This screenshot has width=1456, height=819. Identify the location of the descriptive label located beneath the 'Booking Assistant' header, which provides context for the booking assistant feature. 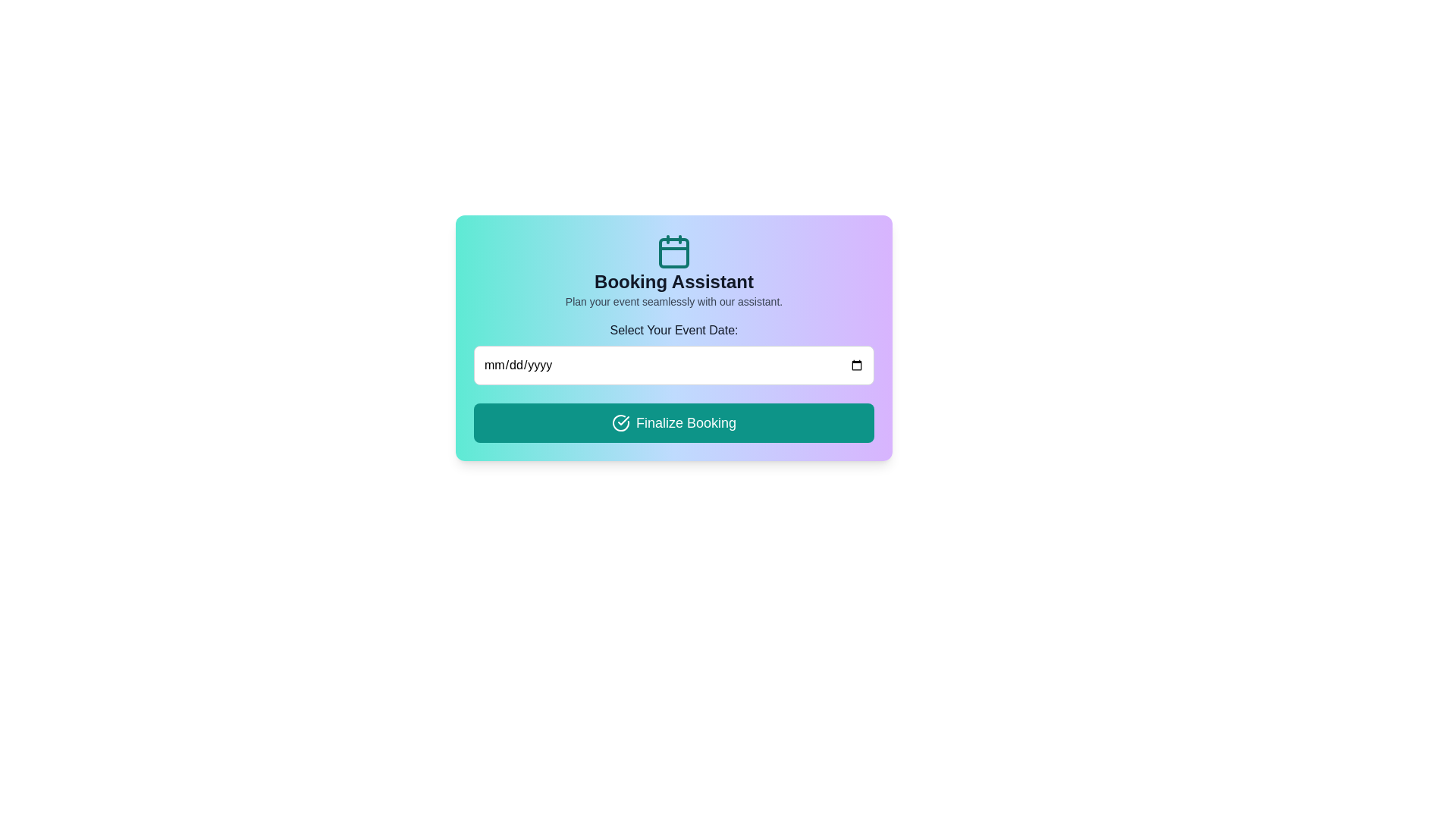
(673, 301).